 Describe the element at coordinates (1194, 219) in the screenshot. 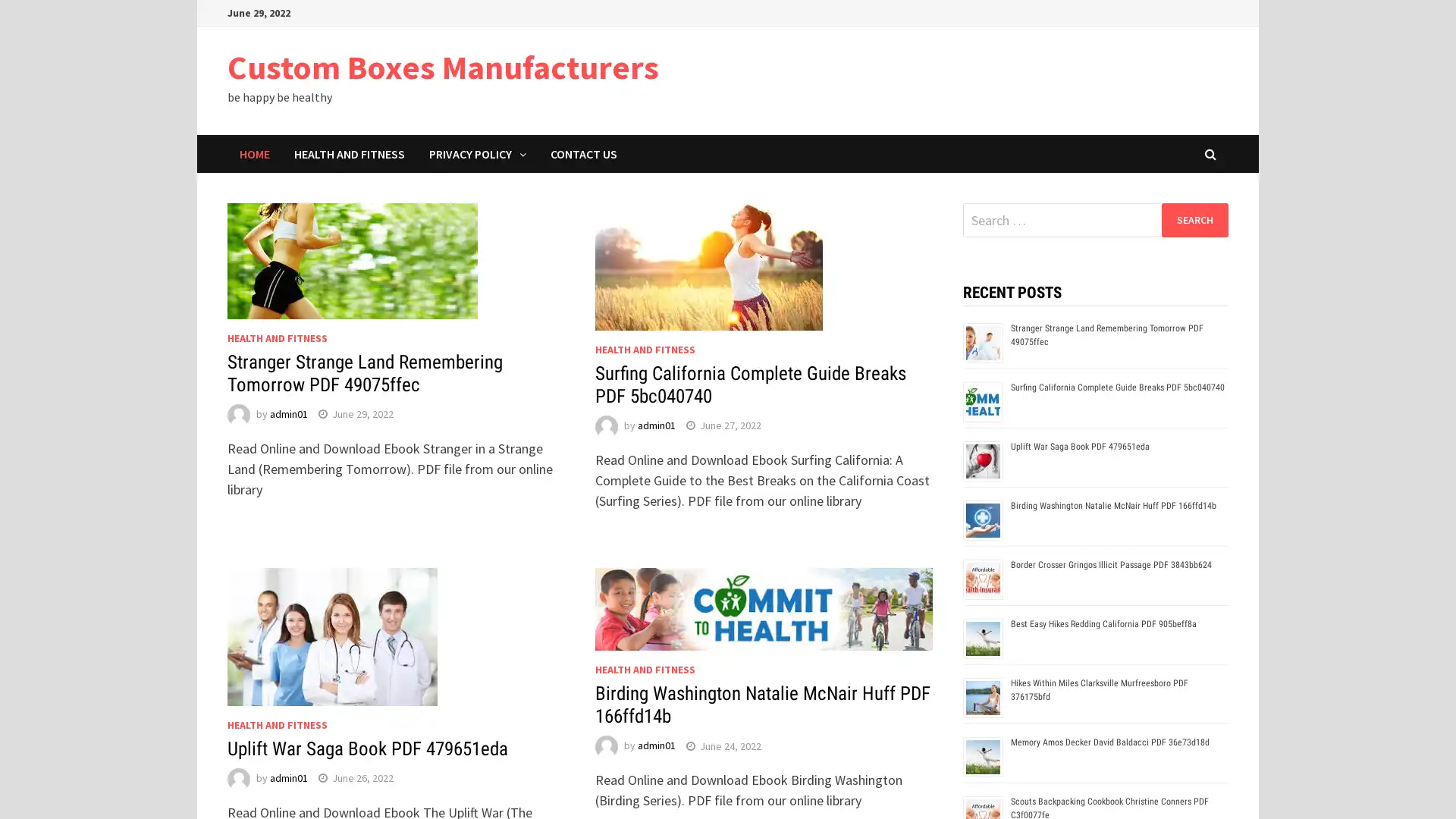

I see `Search` at that location.